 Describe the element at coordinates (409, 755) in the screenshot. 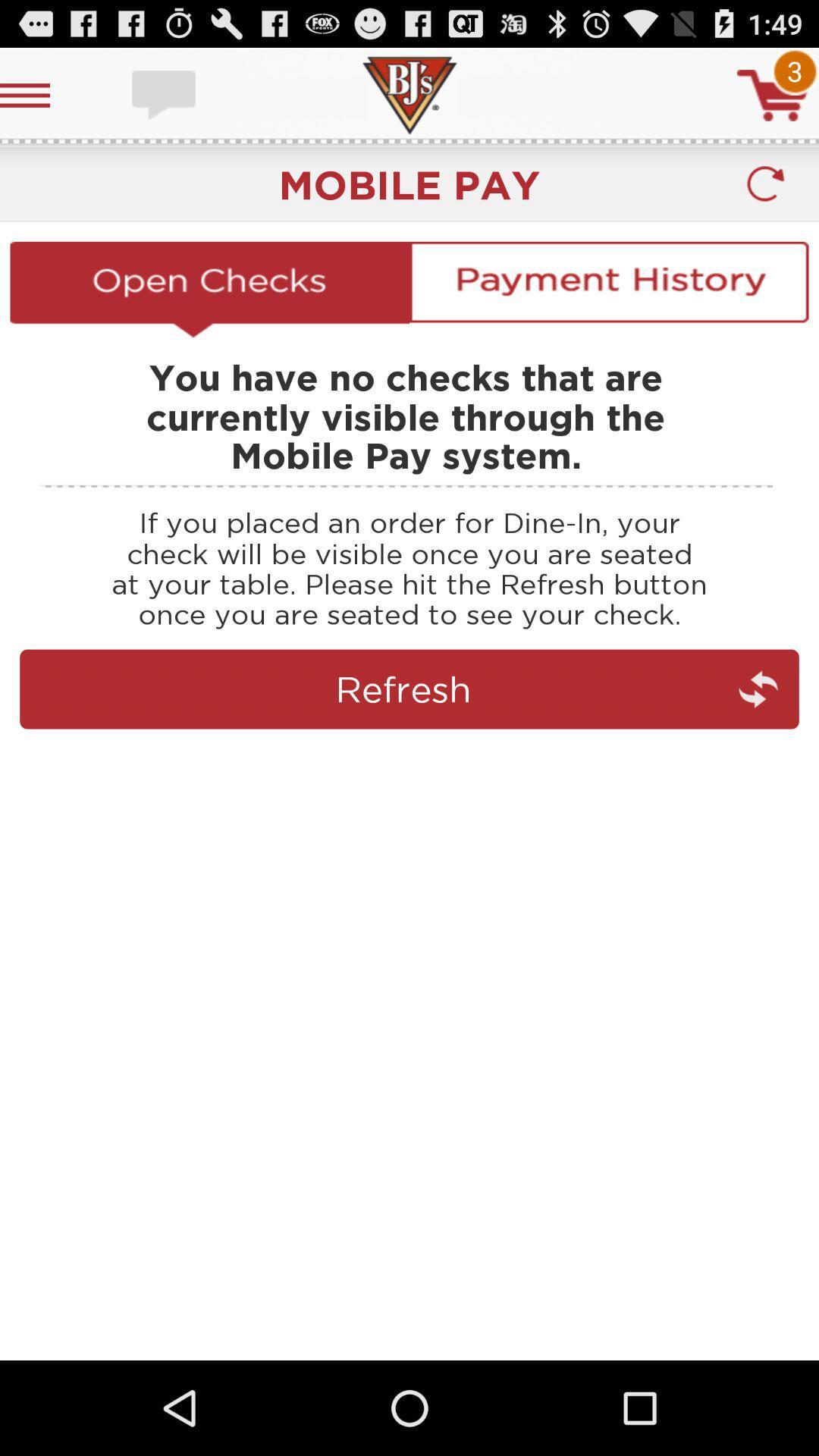

I see `seeing in tha paragraph` at that location.